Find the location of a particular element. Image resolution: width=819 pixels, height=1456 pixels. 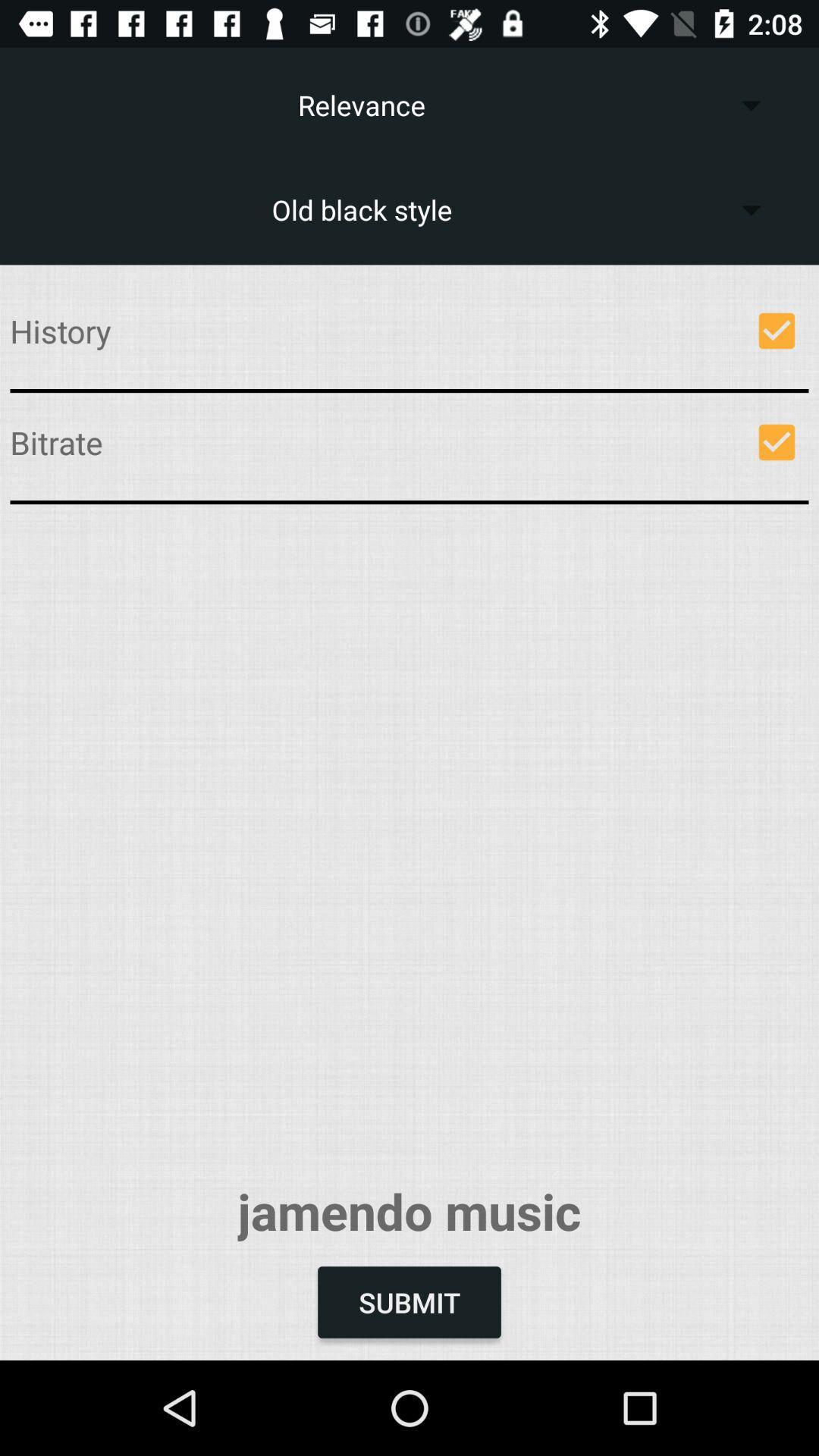

auto-play on is located at coordinates (777, 441).